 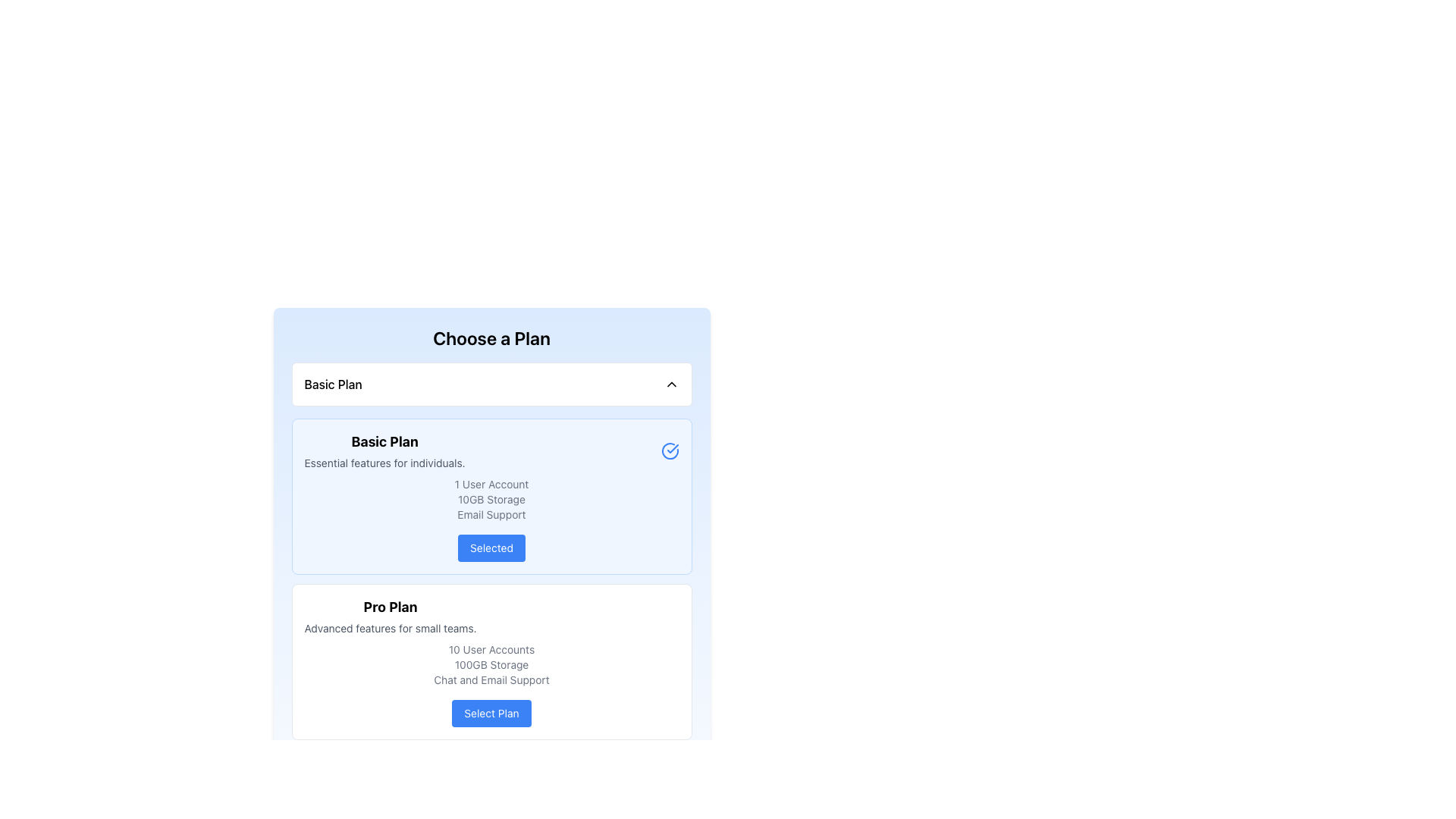 What do you see at coordinates (491, 383) in the screenshot?
I see `the Dropdown toggle labeled 'Basic Plan'` at bounding box center [491, 383].